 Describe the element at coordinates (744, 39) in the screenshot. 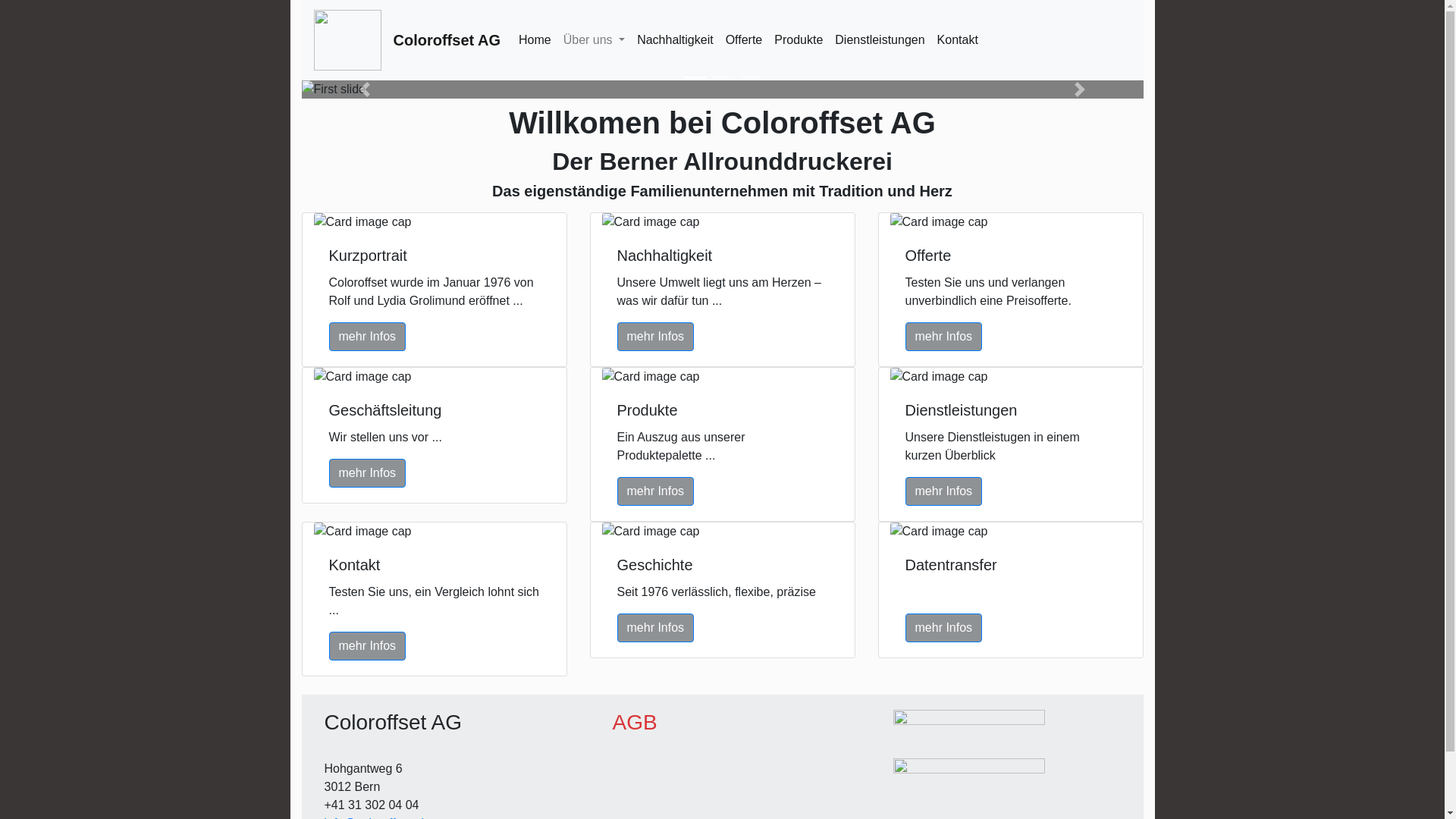

I see `'Offerte` at that location.